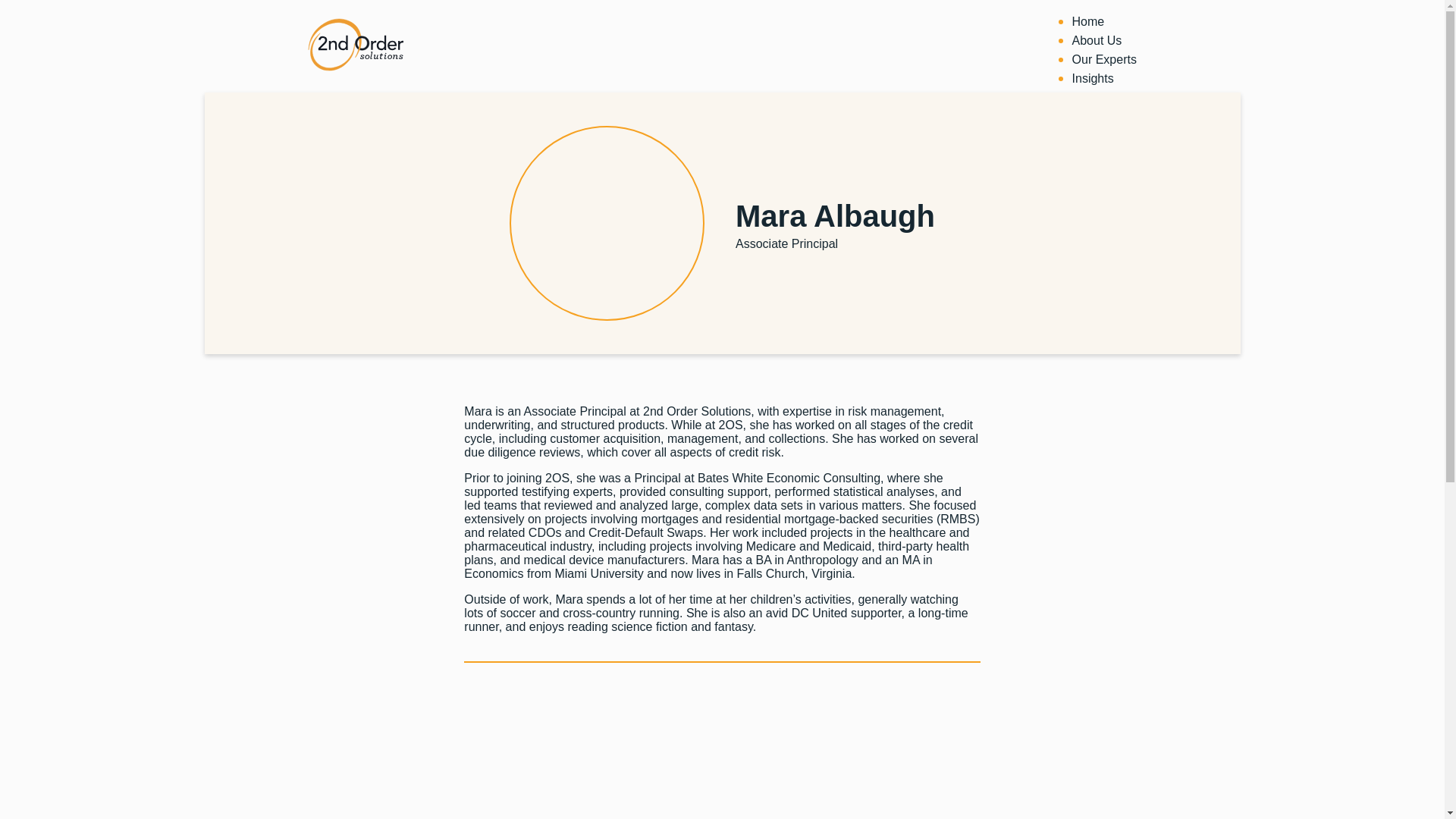 Image resolution: width=1456 pixels, height=819 pixels. Describe the element at coordinates (1094, 97) in the screenshot. I see `'Careers'` at that location.